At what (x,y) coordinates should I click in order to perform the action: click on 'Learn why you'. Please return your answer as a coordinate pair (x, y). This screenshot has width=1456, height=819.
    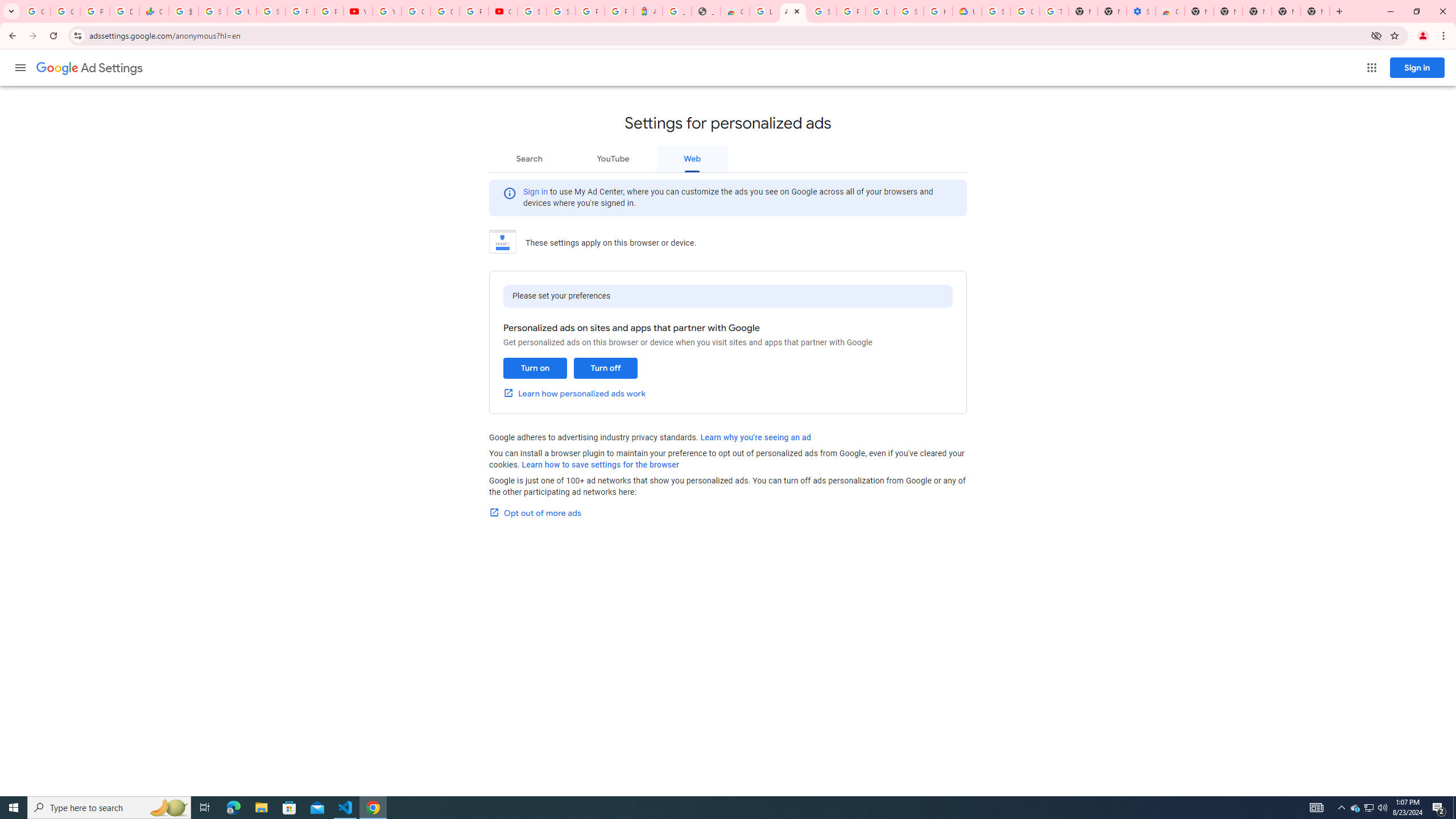
    Looking at the image, I should click on (755, 436).